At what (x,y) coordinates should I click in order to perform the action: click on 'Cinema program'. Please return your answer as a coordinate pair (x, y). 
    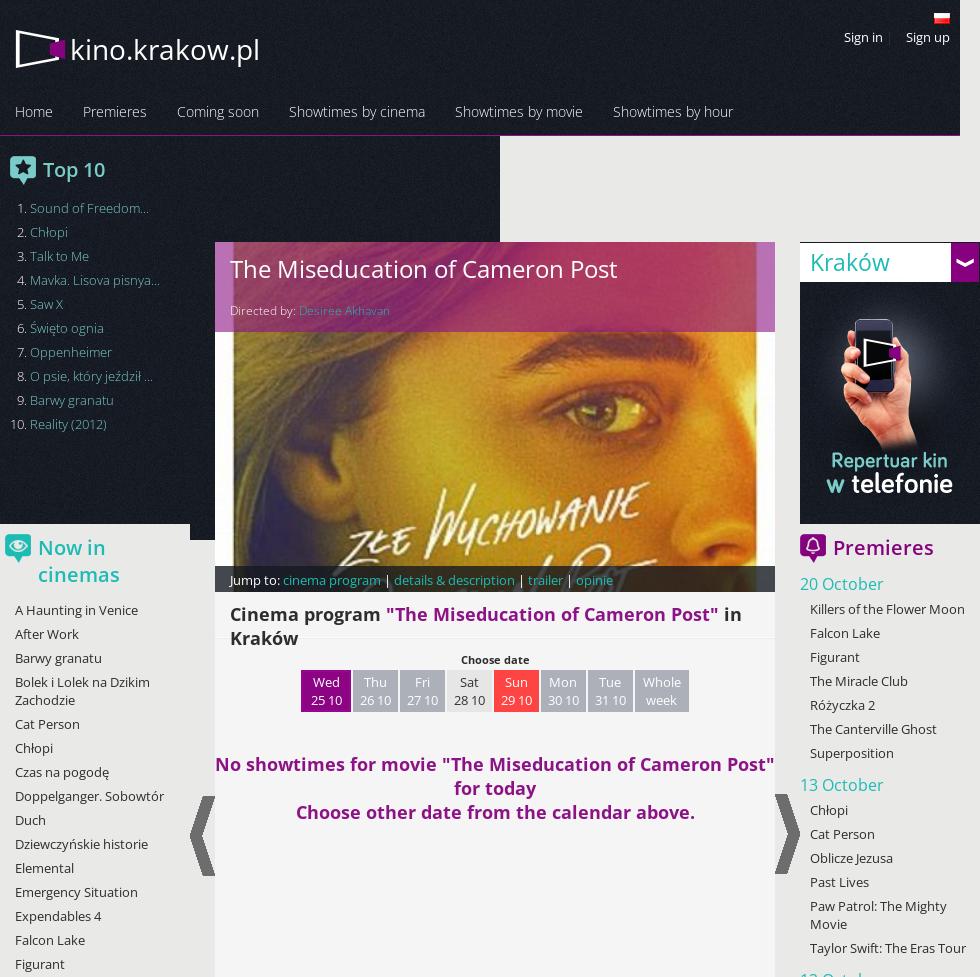
    Looking at the image, I should click on (308, 613).